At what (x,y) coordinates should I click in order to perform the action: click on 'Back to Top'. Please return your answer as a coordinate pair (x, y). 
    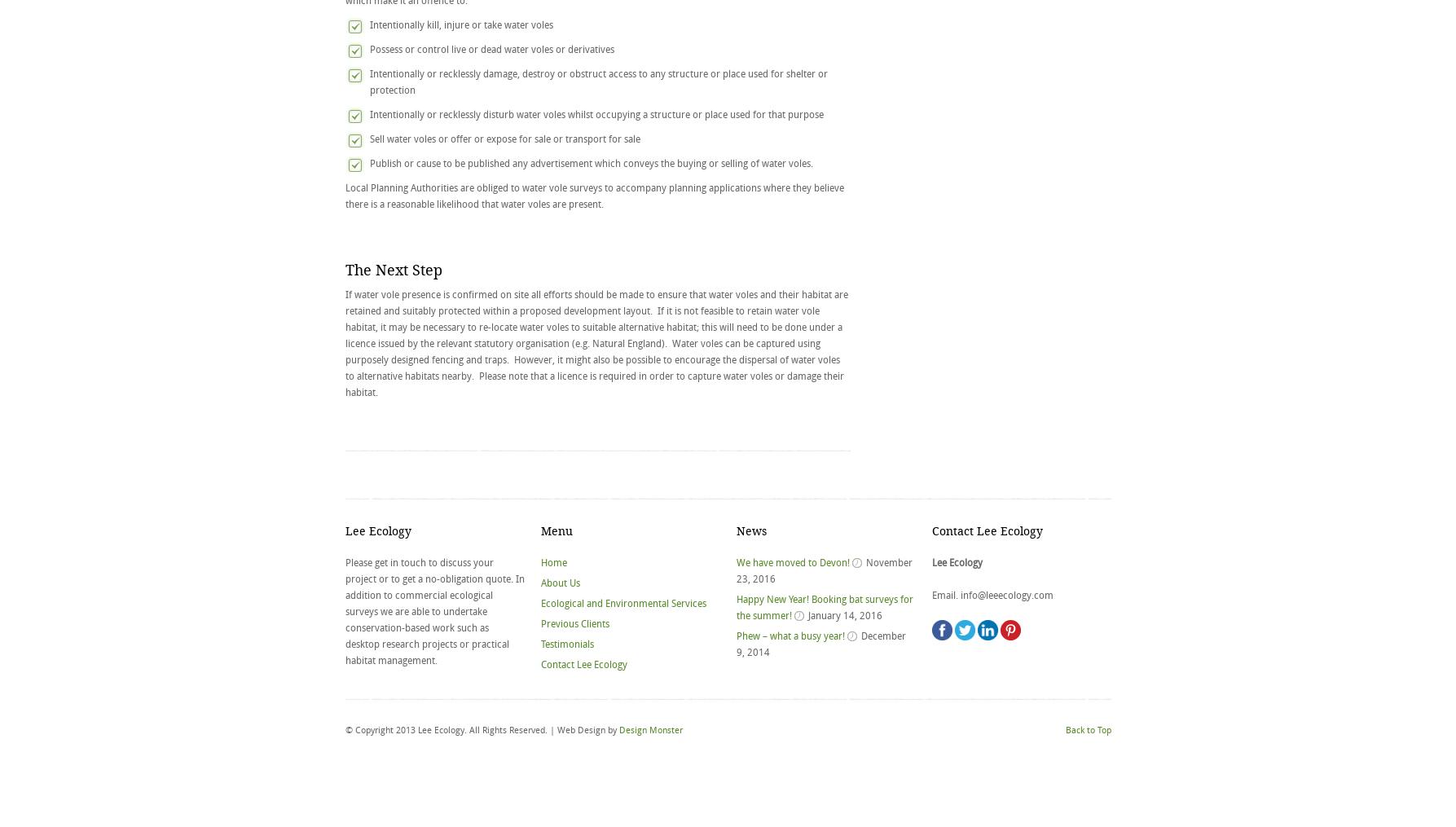
    Looking at the image, I should click on (1087, 729).